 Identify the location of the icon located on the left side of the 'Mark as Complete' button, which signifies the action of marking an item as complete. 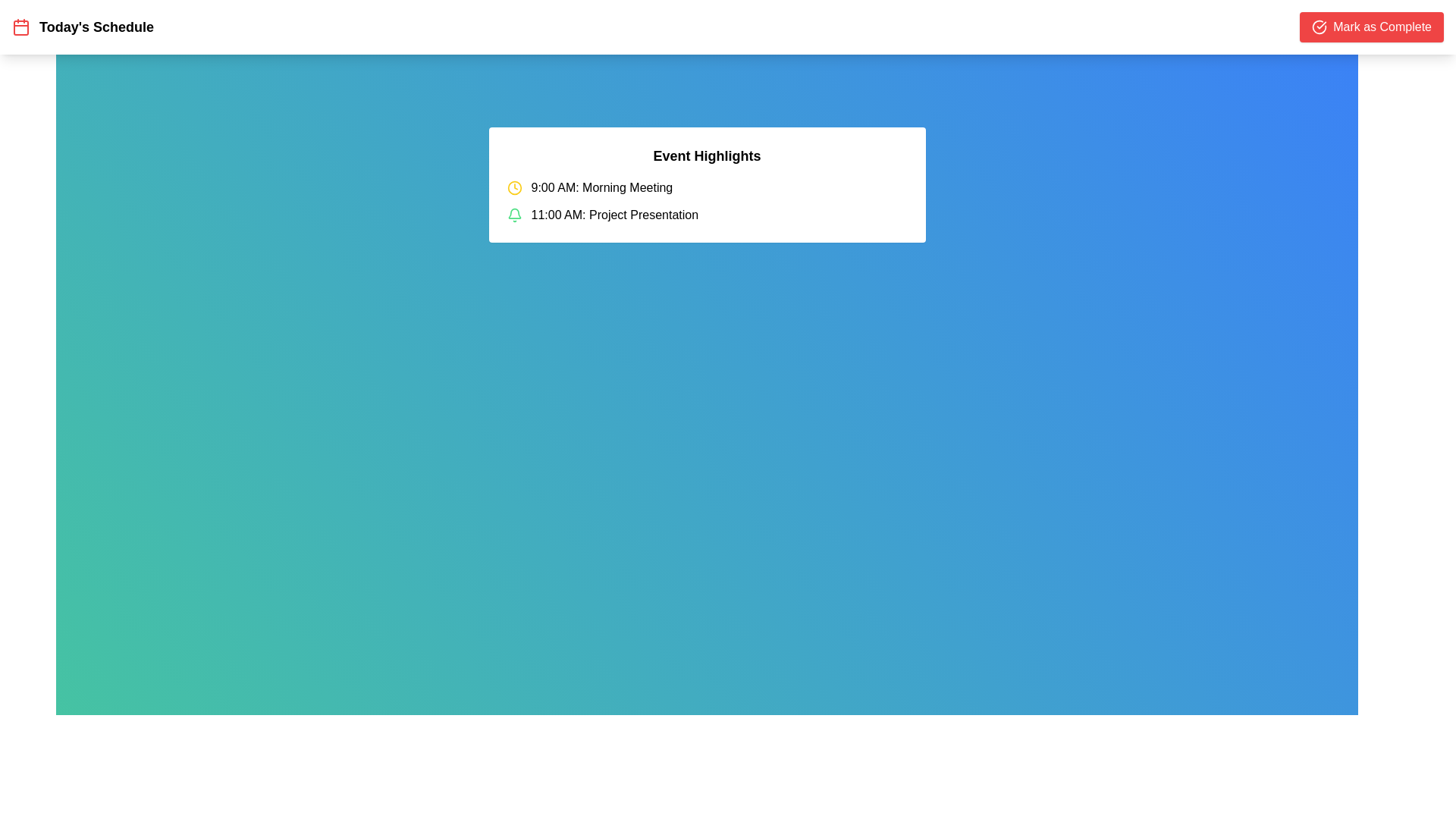
(1319, 27).